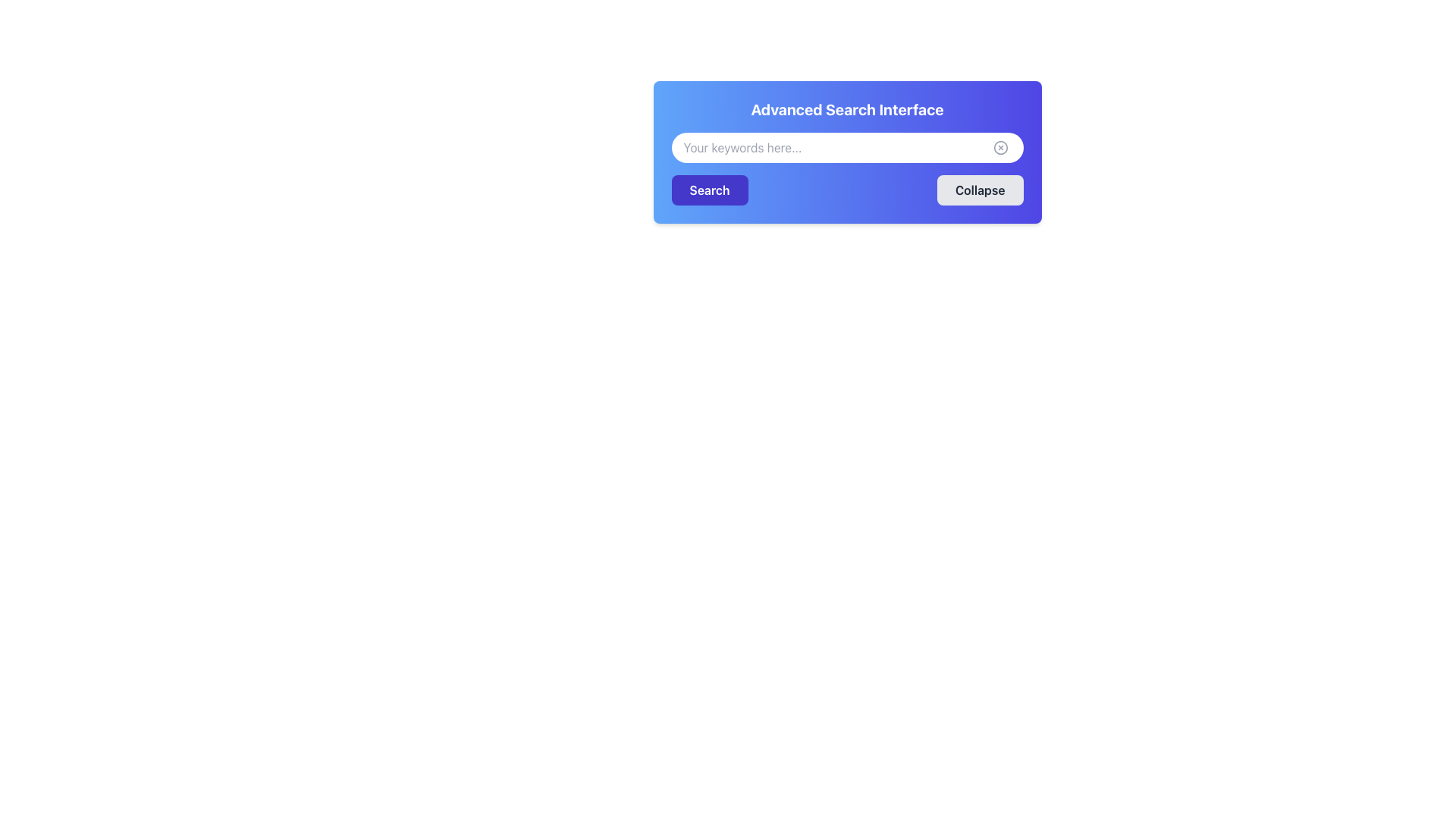  Describe the element at coordinates (980, 189) in the screenshot. I see `the 'Collapse' button, which is a rectangular button with rounded corners, light gray background, and black text, located in the upper-middle portion of the interface` at that location.